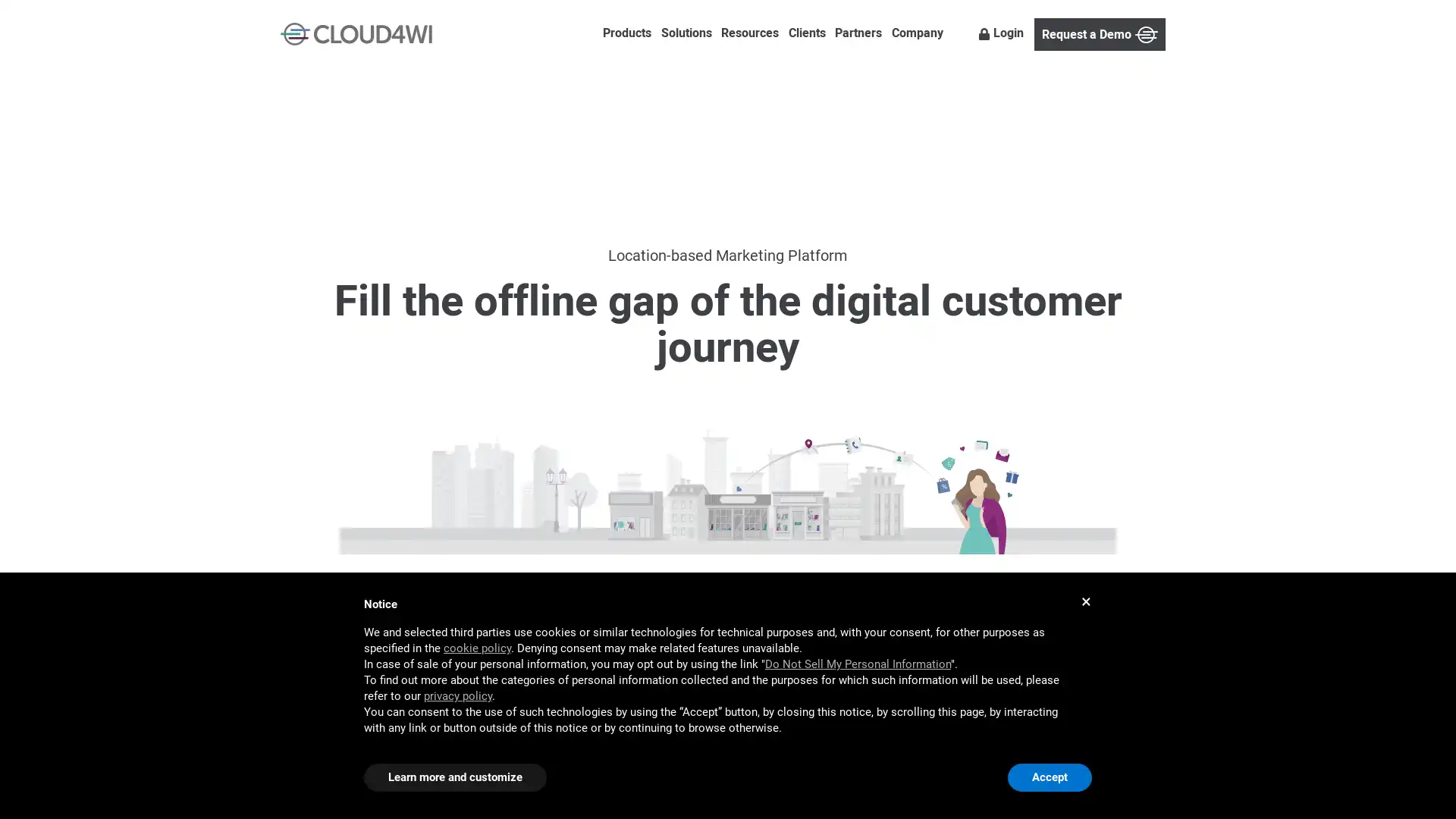 The image size is (1456, 819). What do you see at coordinates (454, 777) in the screenshot?
I see `Learn more and customize` at bounding box center [454, 777].